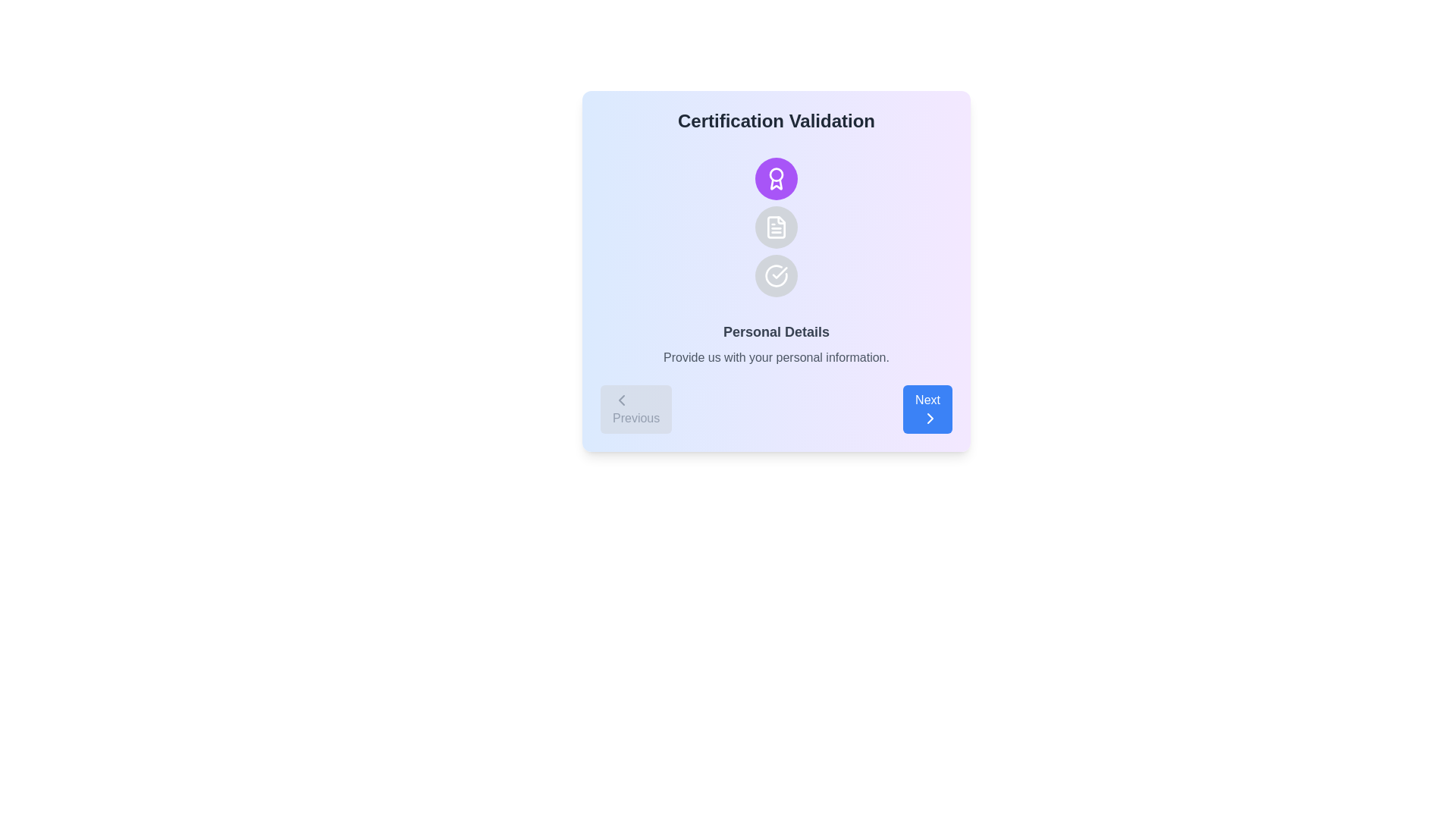 This screenshot has width=1456, height=819. I want to click on the 'Personal Details' text heading that indicates the section's topic, positioned centrally above the subtitle in the main content area, so click(776, 331).